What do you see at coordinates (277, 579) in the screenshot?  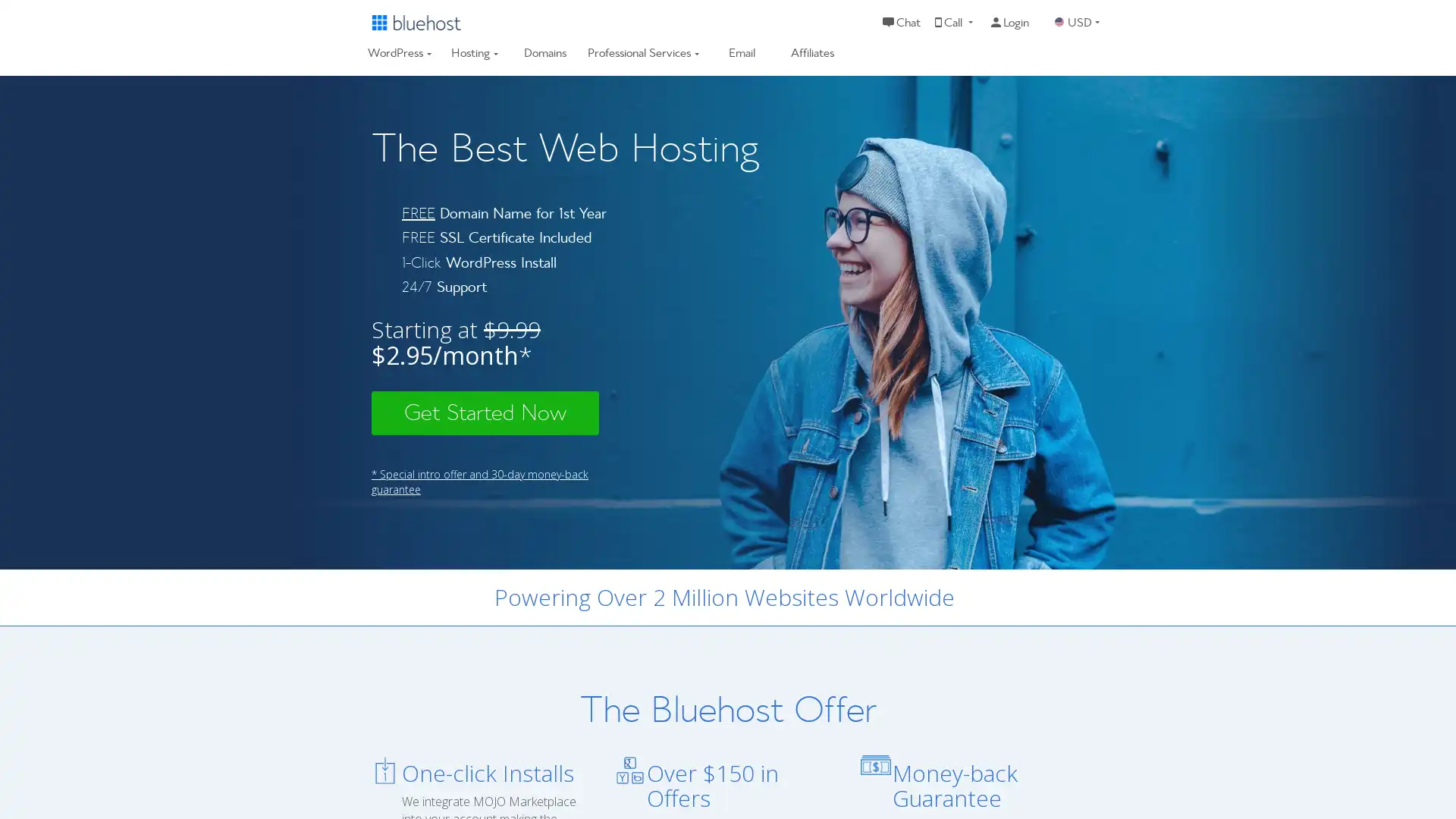 I see `Close` at bounding box center [277, 579].